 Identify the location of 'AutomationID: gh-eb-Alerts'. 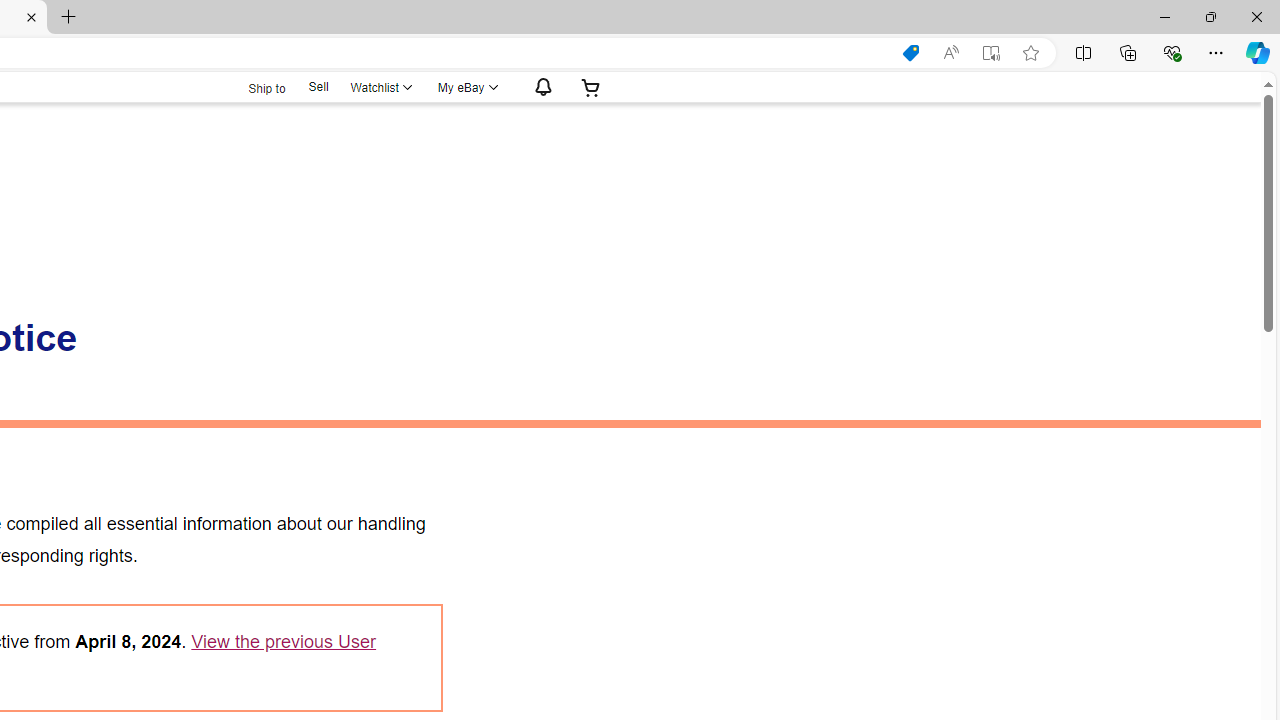
(540, 86).